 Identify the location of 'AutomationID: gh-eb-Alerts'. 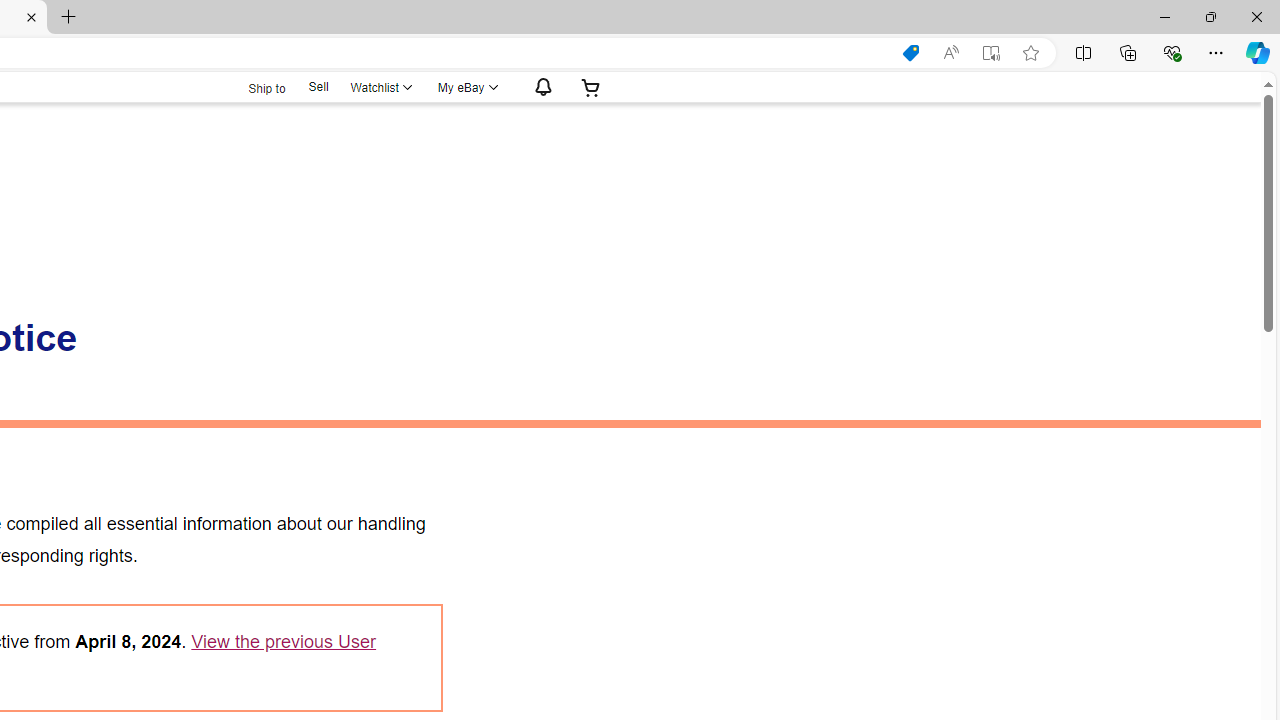
(540, 86).